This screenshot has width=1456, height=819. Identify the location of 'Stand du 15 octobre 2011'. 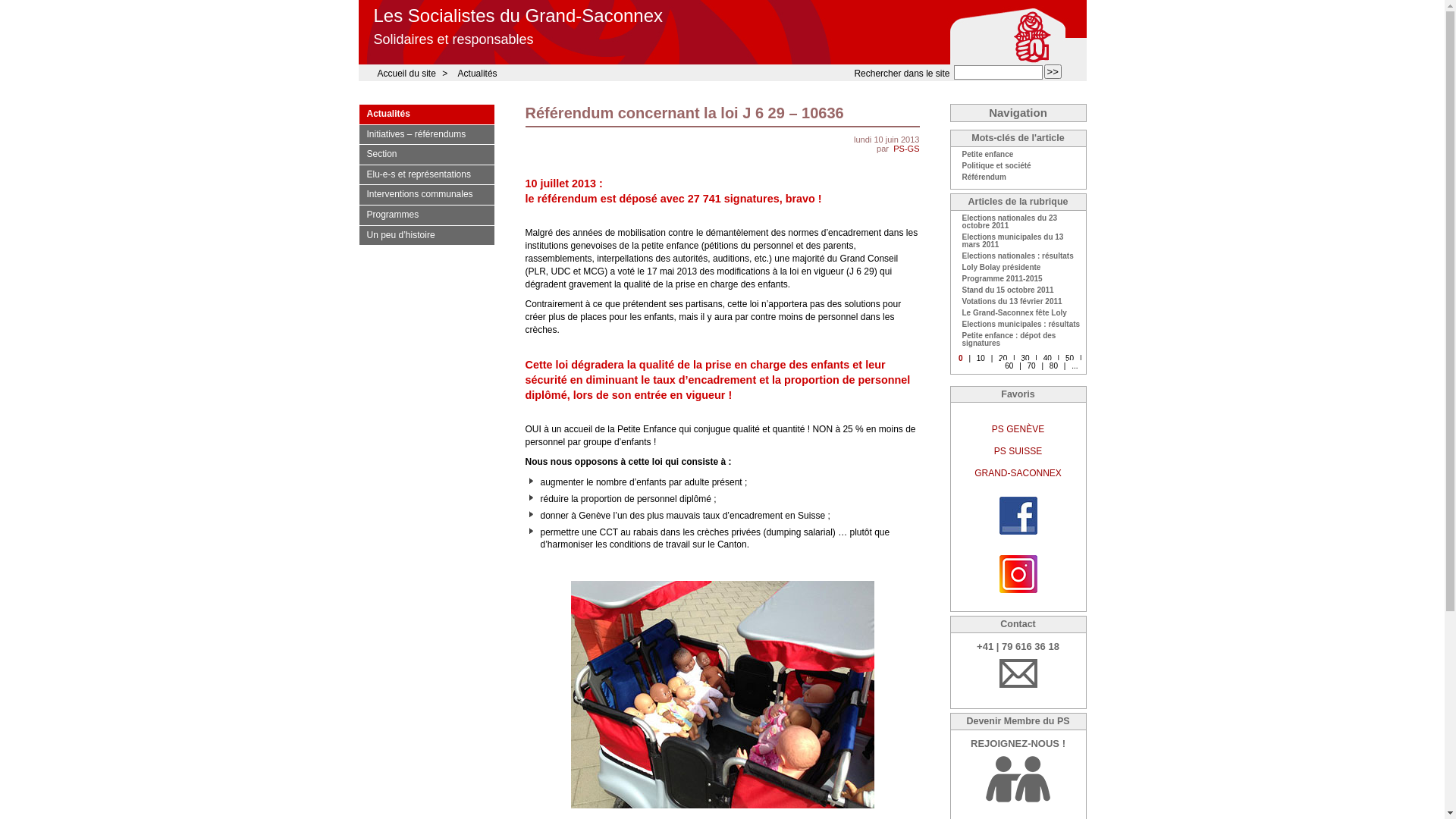
(1018, 292).